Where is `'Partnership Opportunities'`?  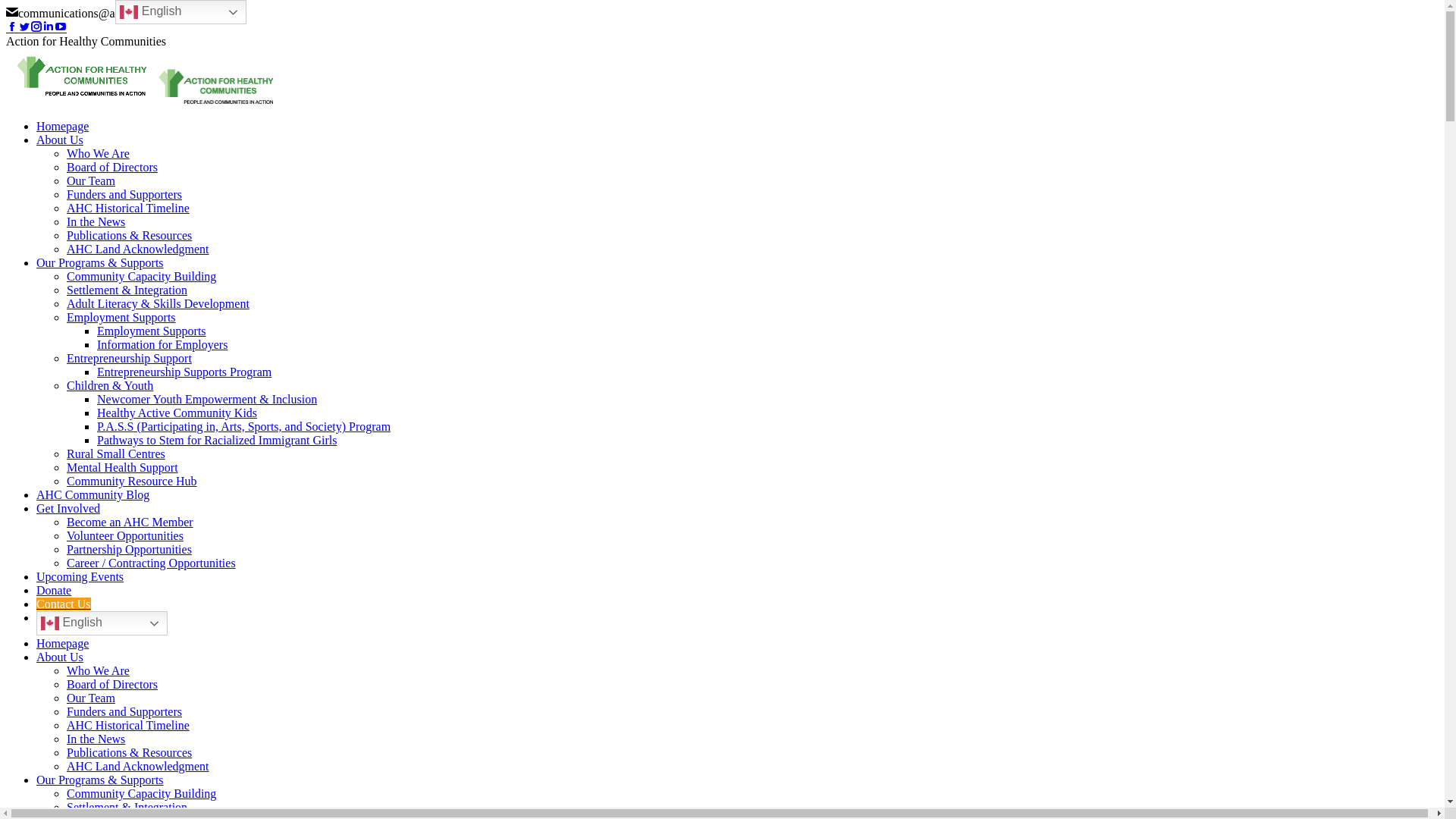 'Partnership Opportunities' is located at coordinates (129, 549).